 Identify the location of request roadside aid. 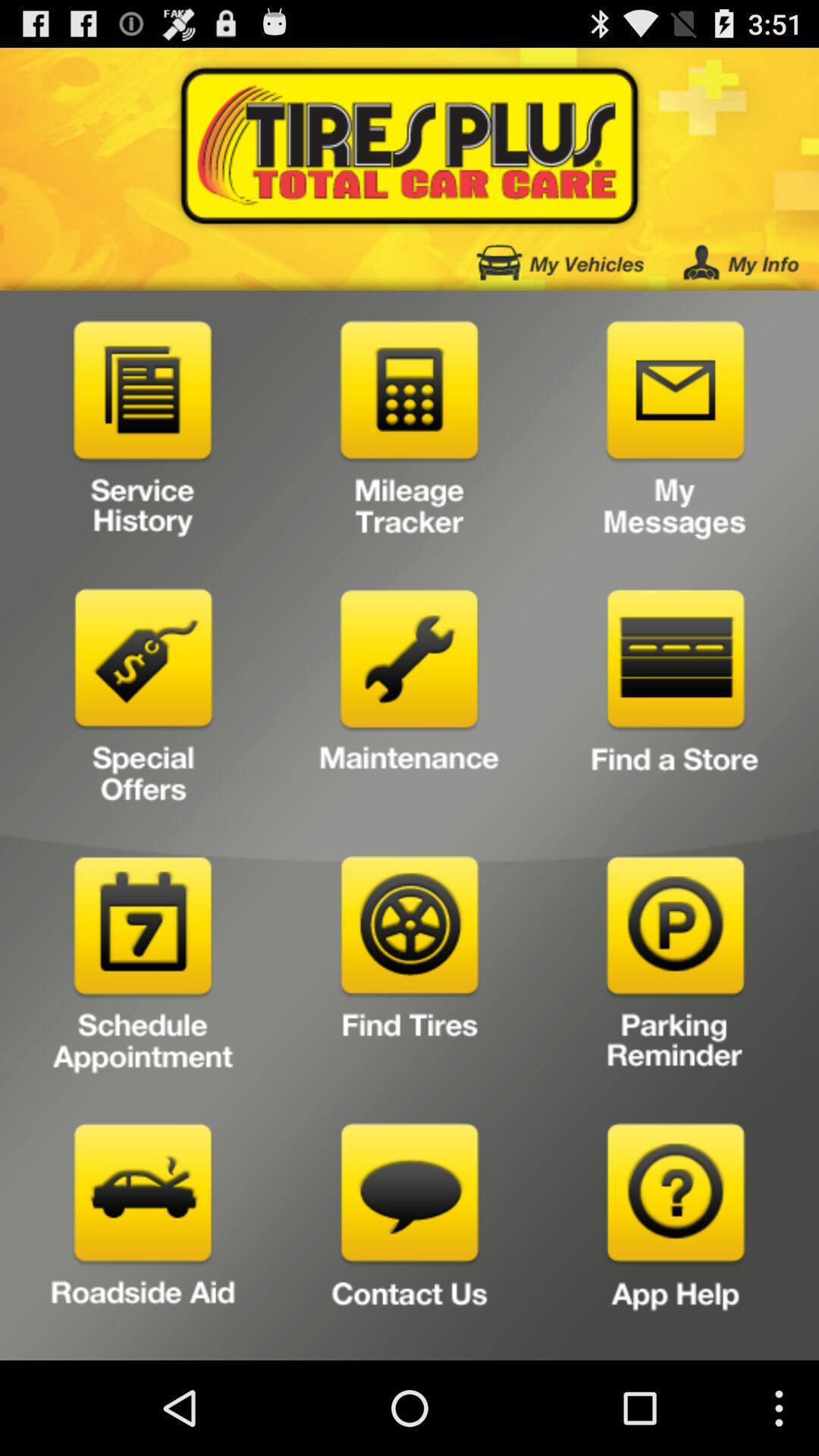
(143, 1236).